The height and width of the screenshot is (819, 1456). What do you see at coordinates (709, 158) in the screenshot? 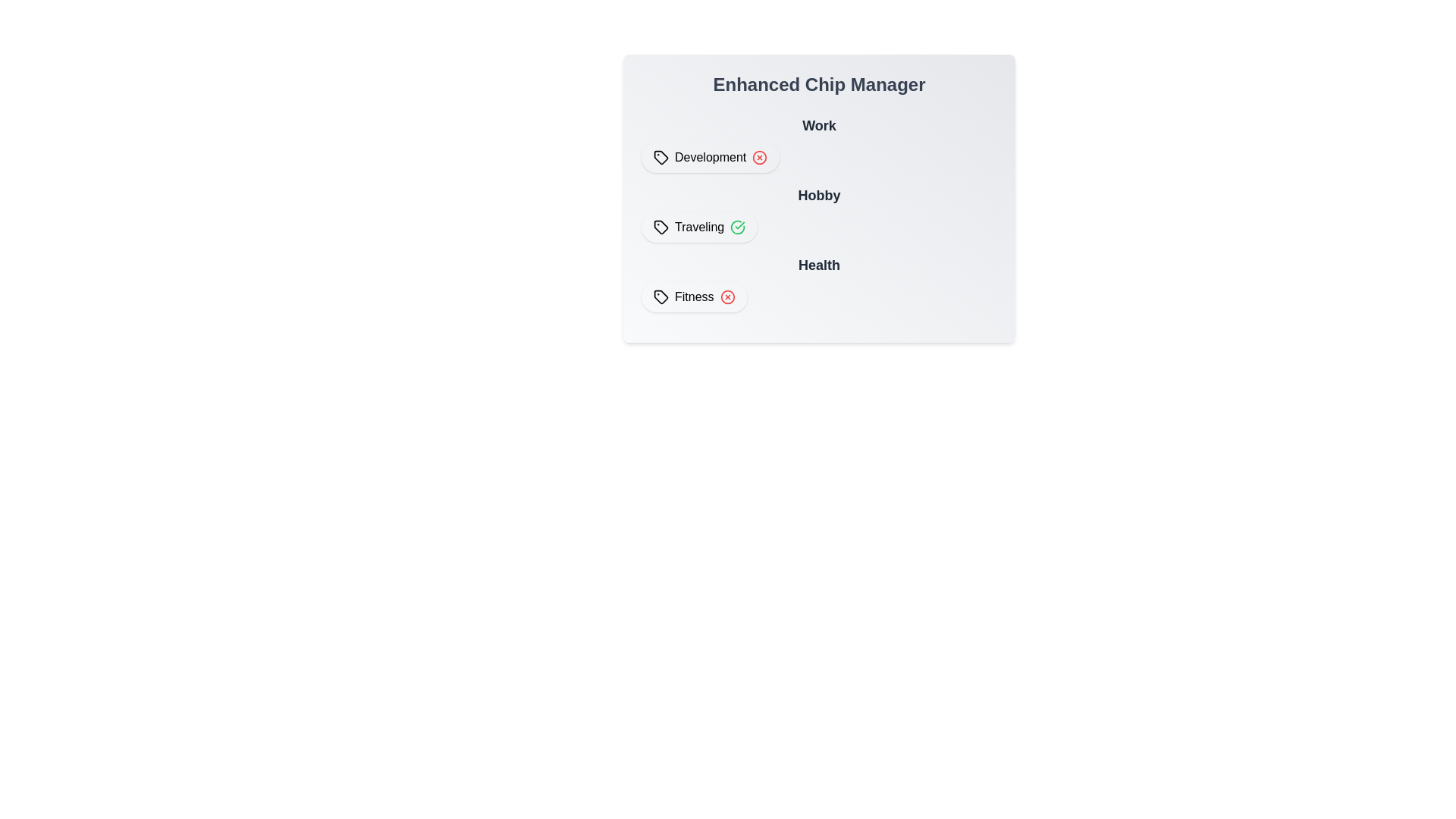
I see `the chip labeled Development` at bounding box center [709, 158].